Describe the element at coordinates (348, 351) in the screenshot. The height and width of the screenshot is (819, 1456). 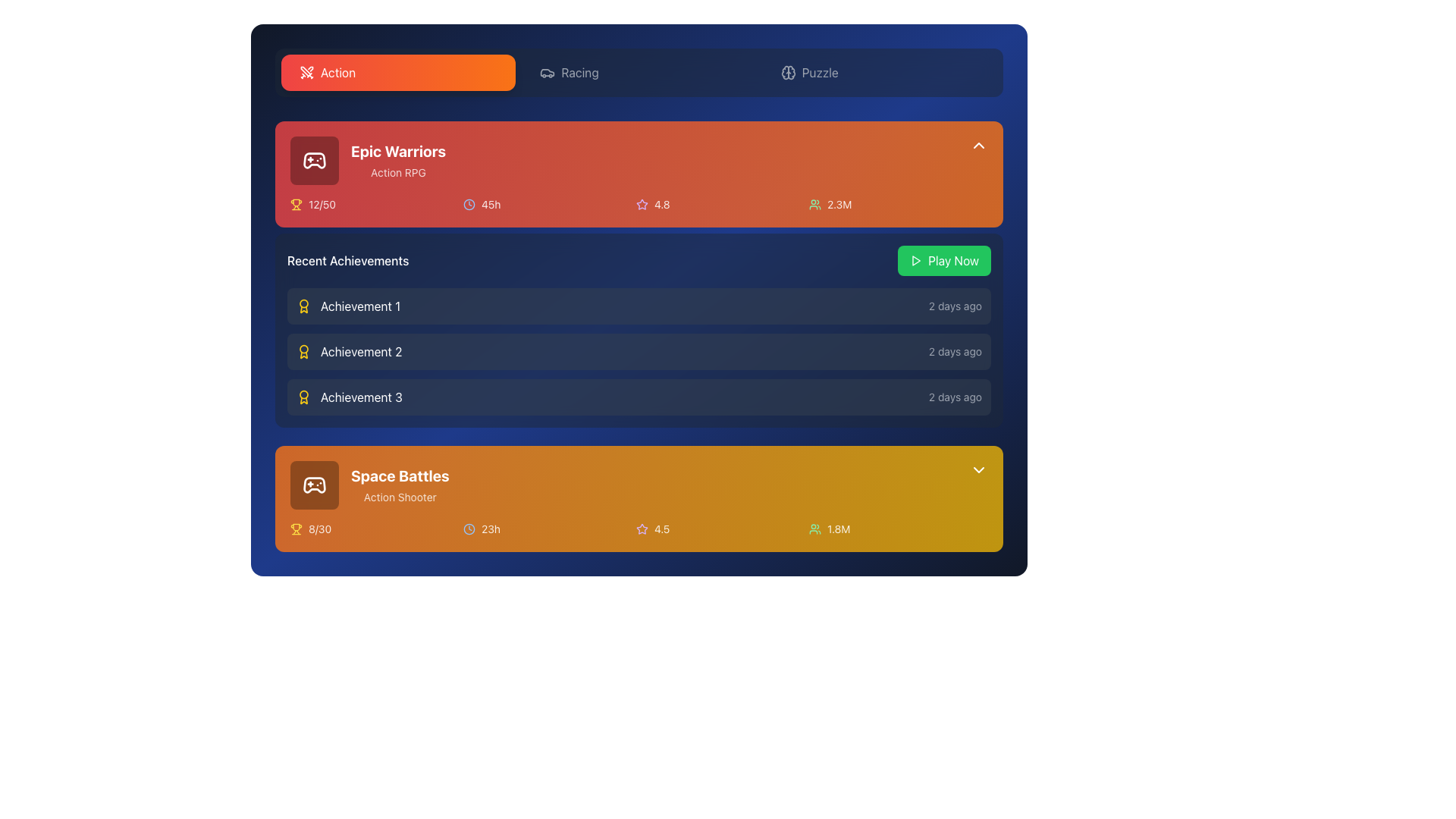
I see `the list item displaying 'Achievement 2' within the 'Recent Achievements' list` at that location.